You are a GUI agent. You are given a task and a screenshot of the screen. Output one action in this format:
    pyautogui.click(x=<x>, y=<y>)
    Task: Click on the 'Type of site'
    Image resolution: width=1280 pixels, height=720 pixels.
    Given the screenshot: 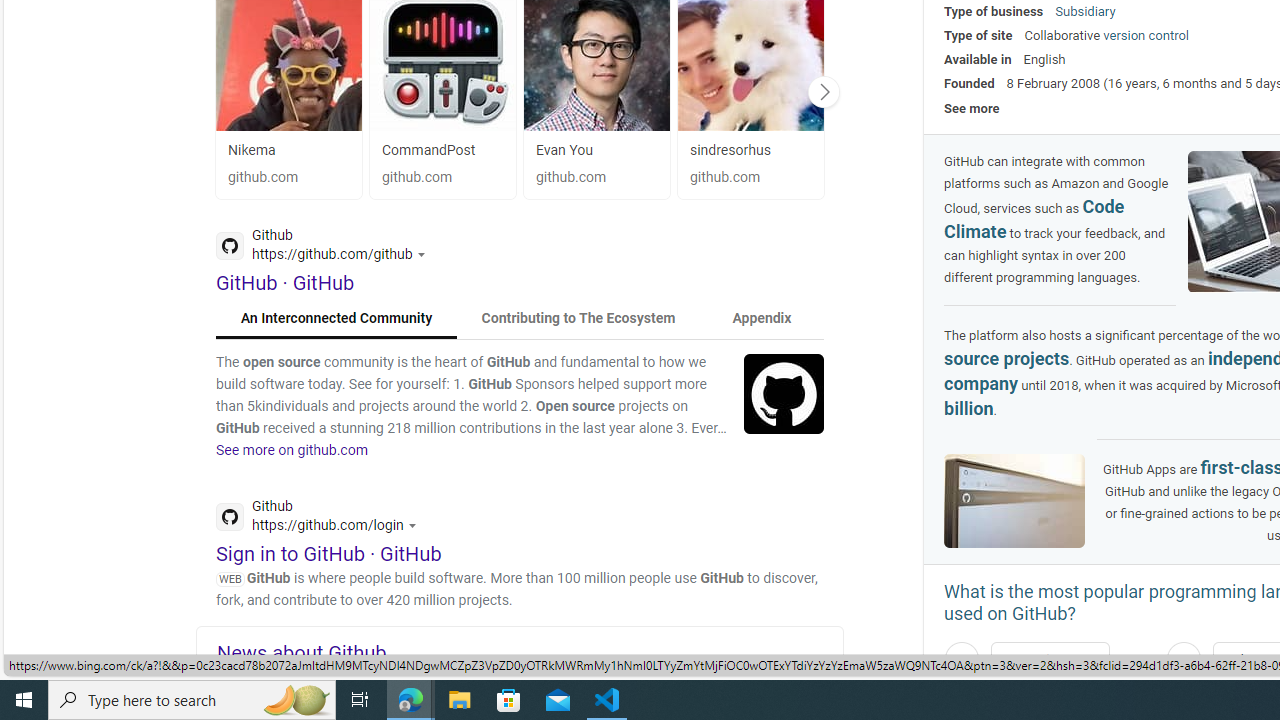 What is the action you would take?
    pyautogui.click(x=978, y=35)
    